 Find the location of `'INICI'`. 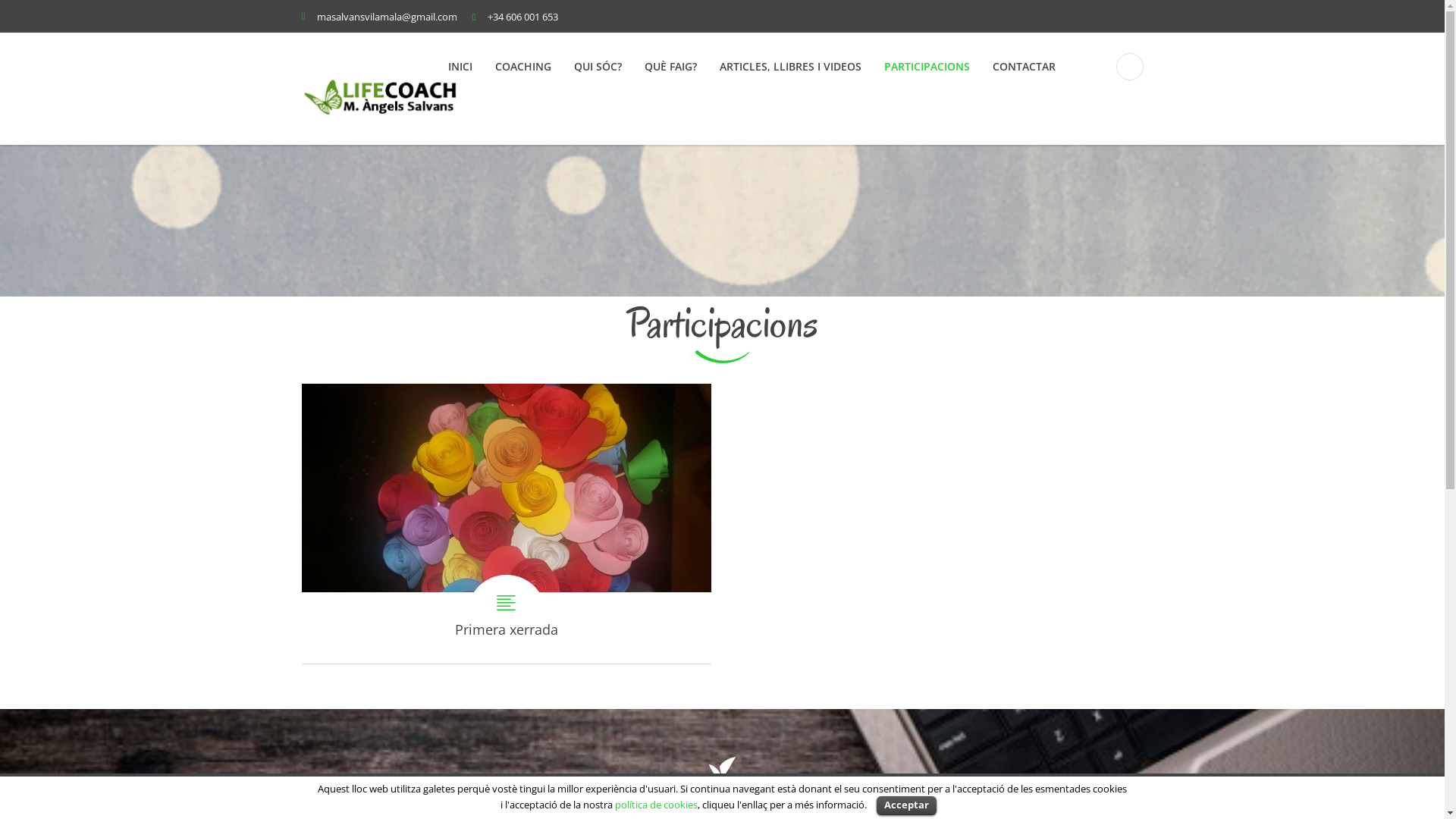

'INICI' is located at coordinates (458, 65).